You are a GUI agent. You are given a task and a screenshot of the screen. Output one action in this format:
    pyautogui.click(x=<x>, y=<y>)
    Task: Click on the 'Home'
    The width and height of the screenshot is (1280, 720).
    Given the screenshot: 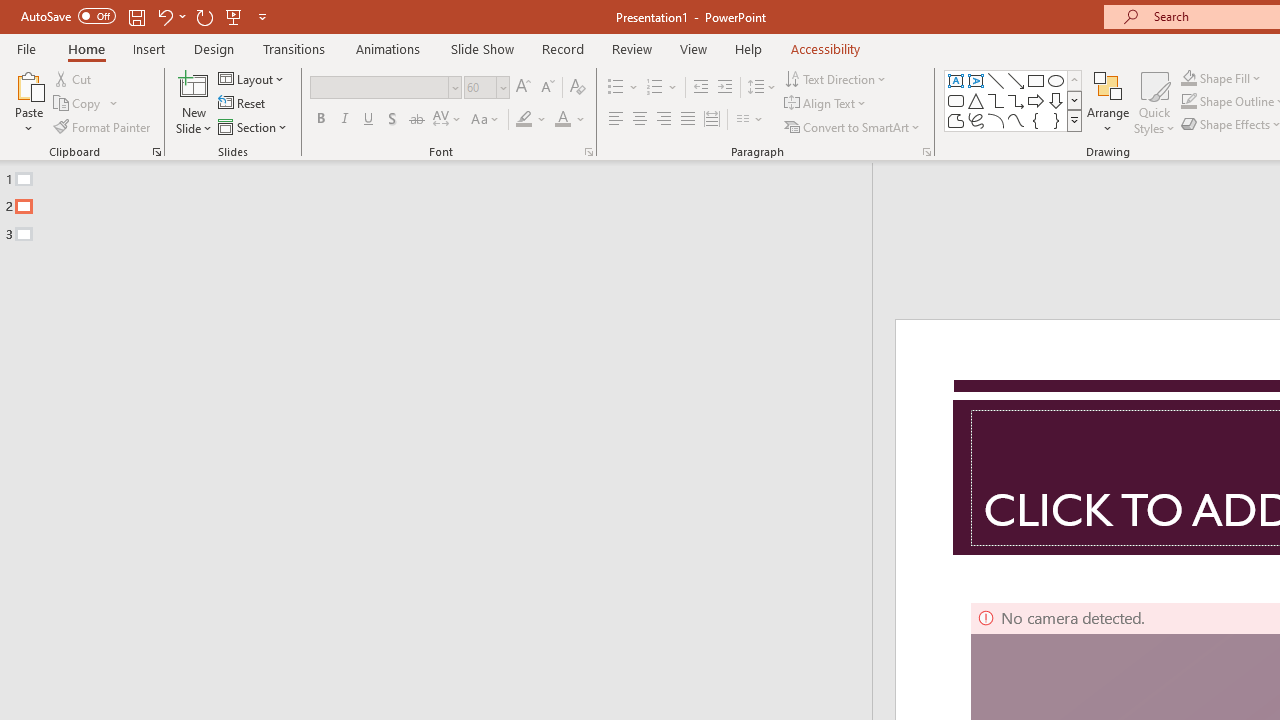 What is the action you would take?
    pyautogui.click(x=85, y=48)
    